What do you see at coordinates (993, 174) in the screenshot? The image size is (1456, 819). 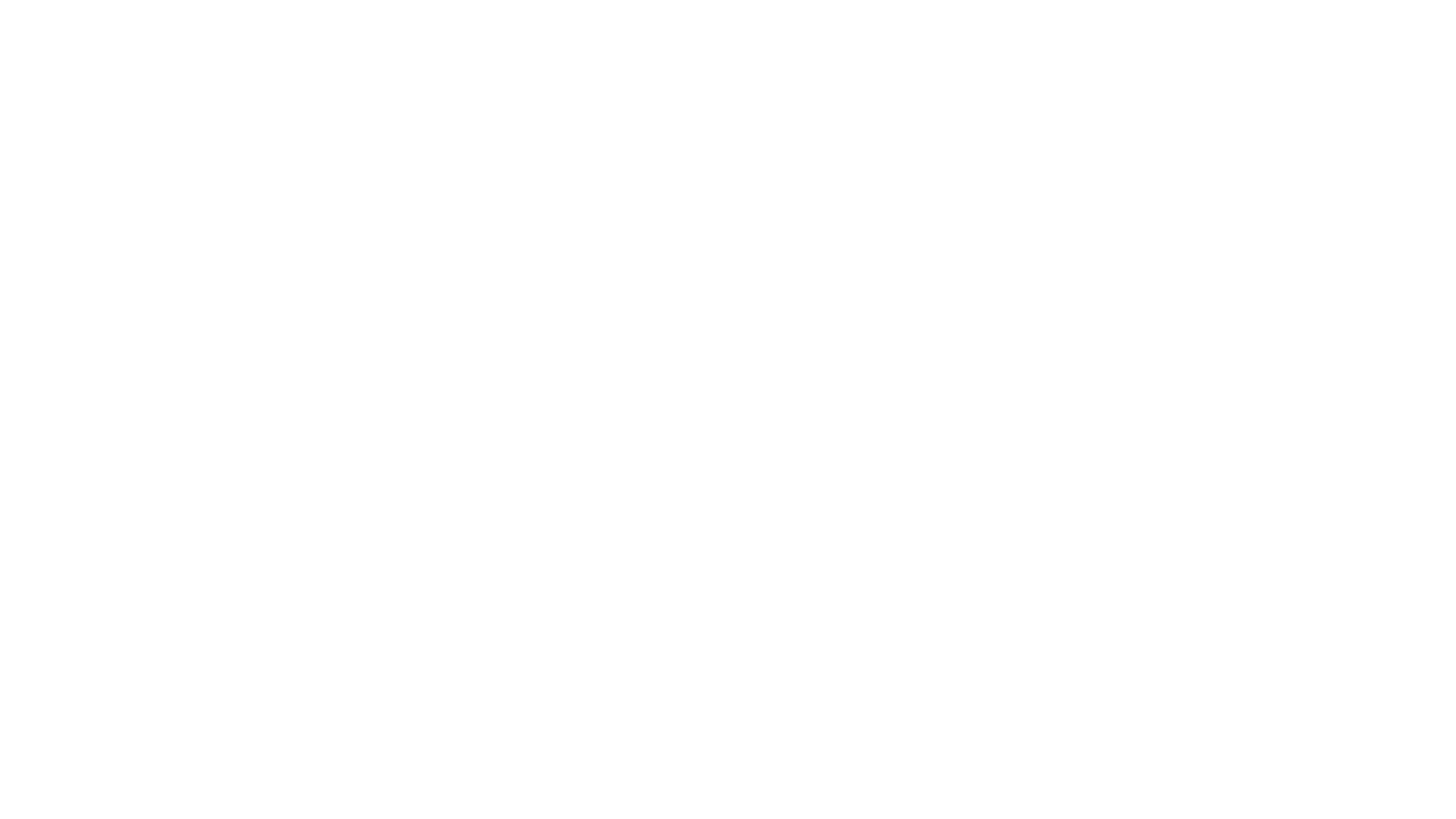 I see `Marina Corella Tor` at bounding box center [993, 174].